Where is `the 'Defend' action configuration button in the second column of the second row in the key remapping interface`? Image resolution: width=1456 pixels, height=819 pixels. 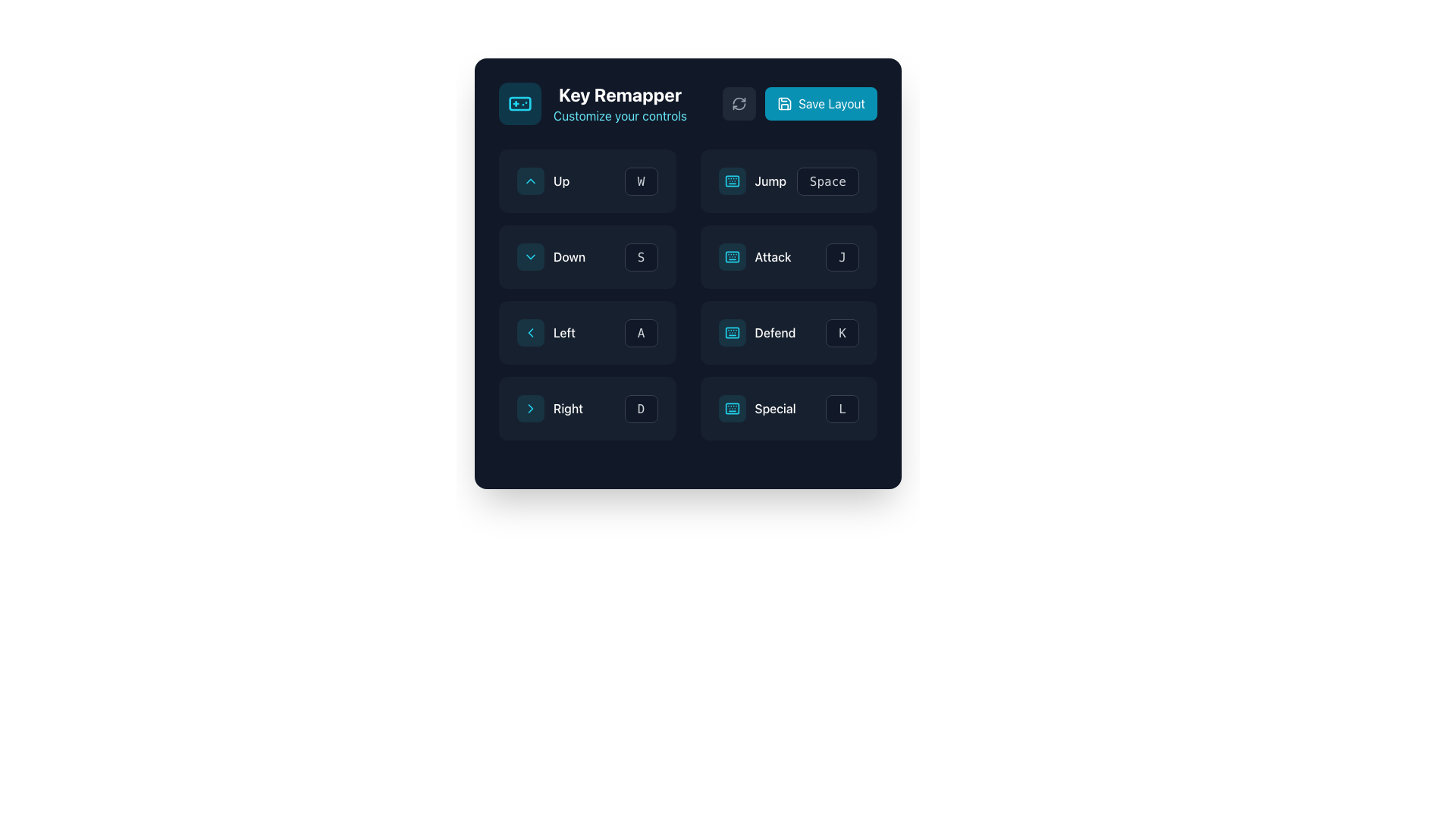 the 'Defend' action configuration button in the second column of the second row in the key remapping interface is located at coordinates (757, 332).